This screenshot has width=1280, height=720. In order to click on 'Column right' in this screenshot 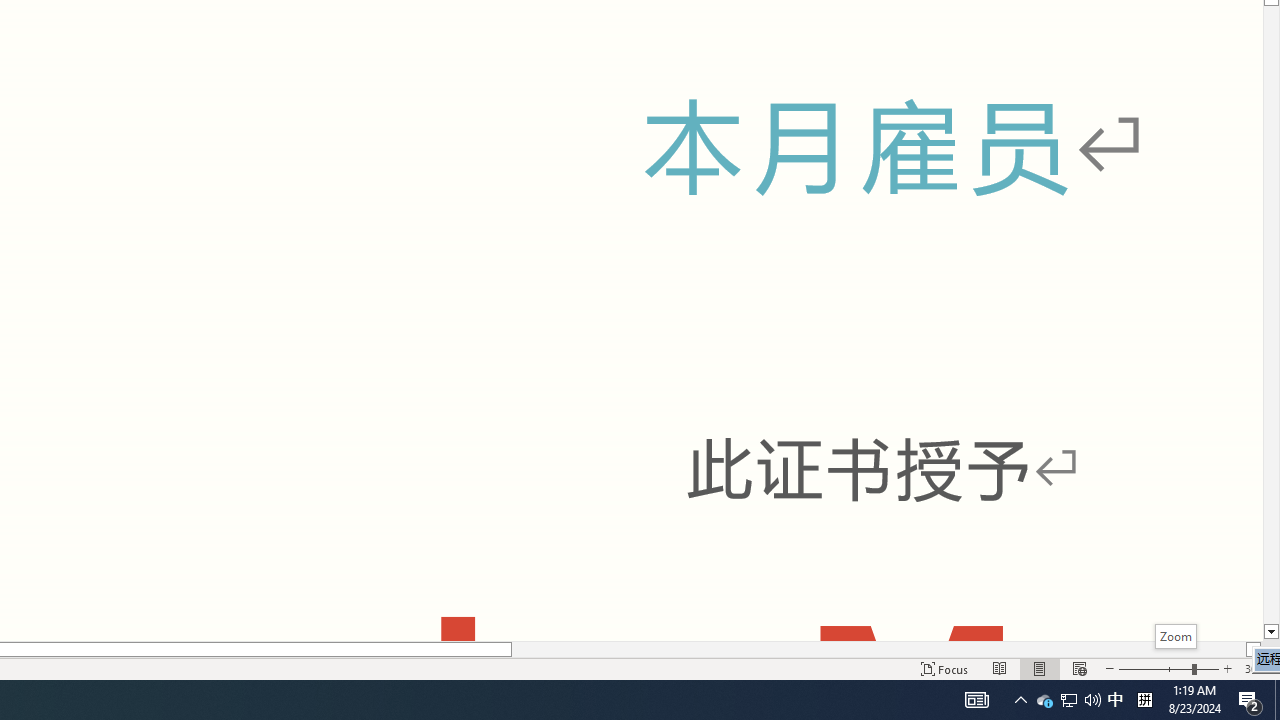, I will do `click(1253, 649)`.